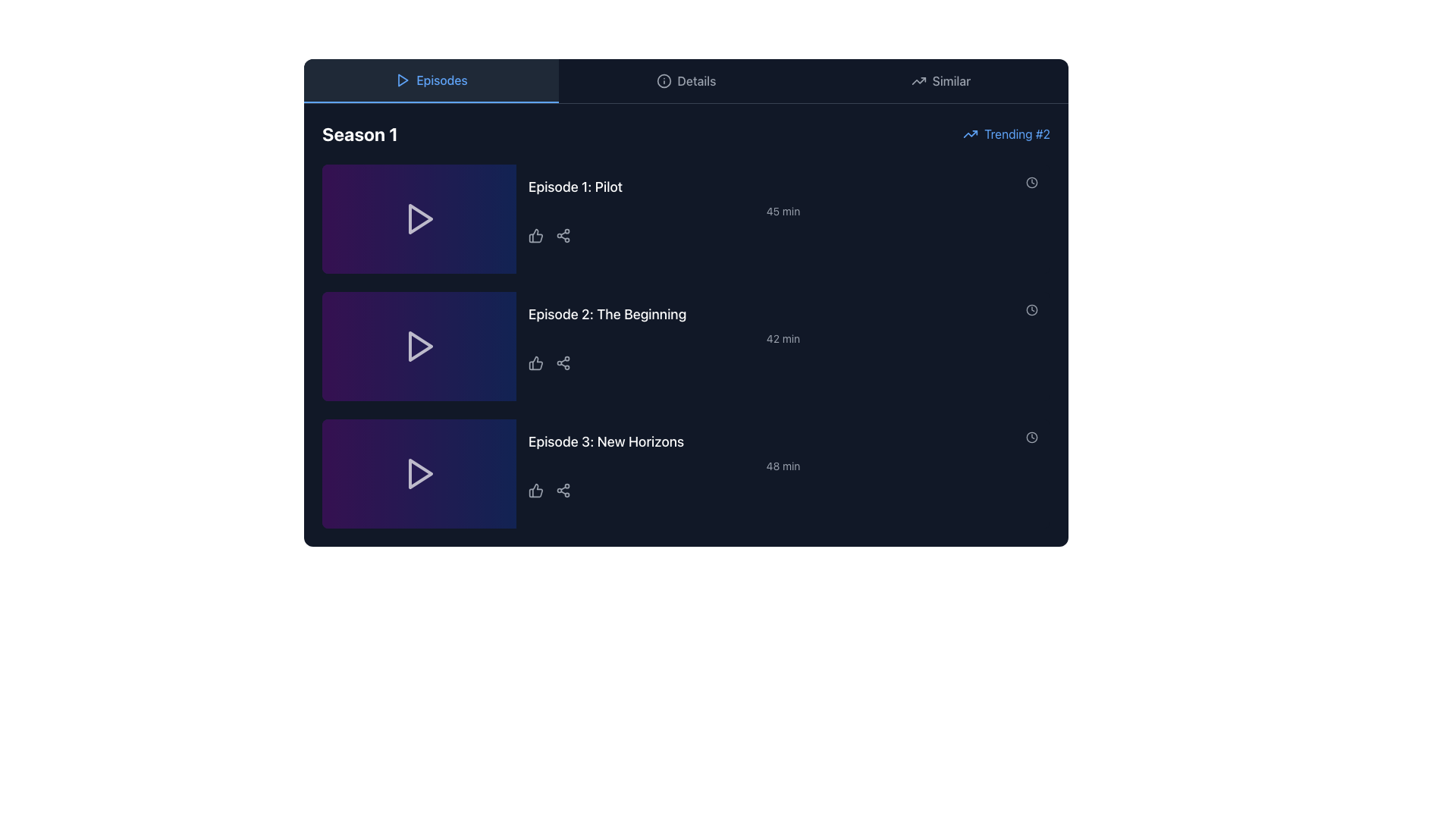  What do you see at coordinates (403, 80) in the screenshot?
I see `the triangular play icon outlined in light blue located in the top left section of the 'Episodes' tab navigation bar` at bounding box center [403, 80].